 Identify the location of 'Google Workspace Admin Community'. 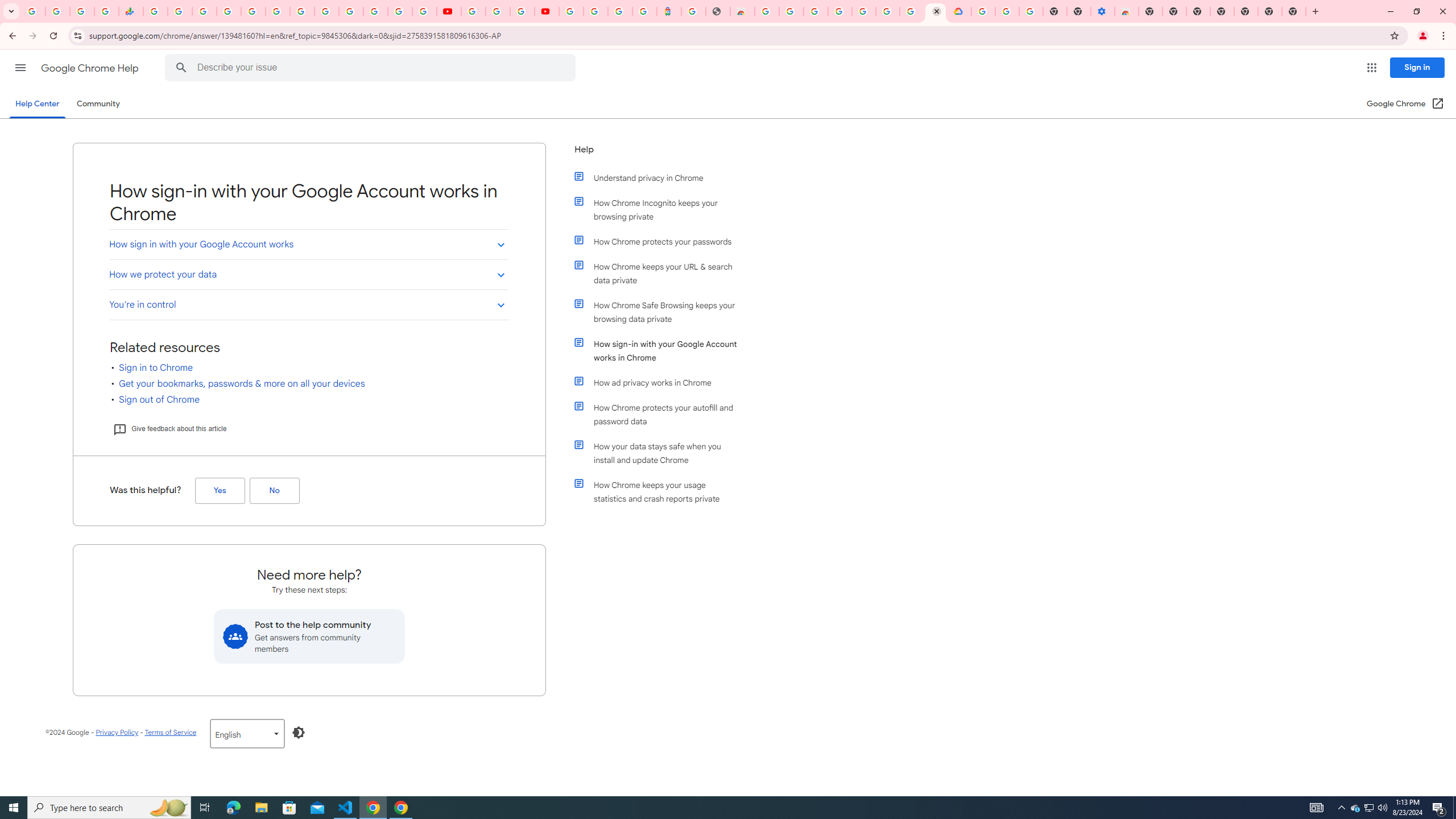
(32, 11).